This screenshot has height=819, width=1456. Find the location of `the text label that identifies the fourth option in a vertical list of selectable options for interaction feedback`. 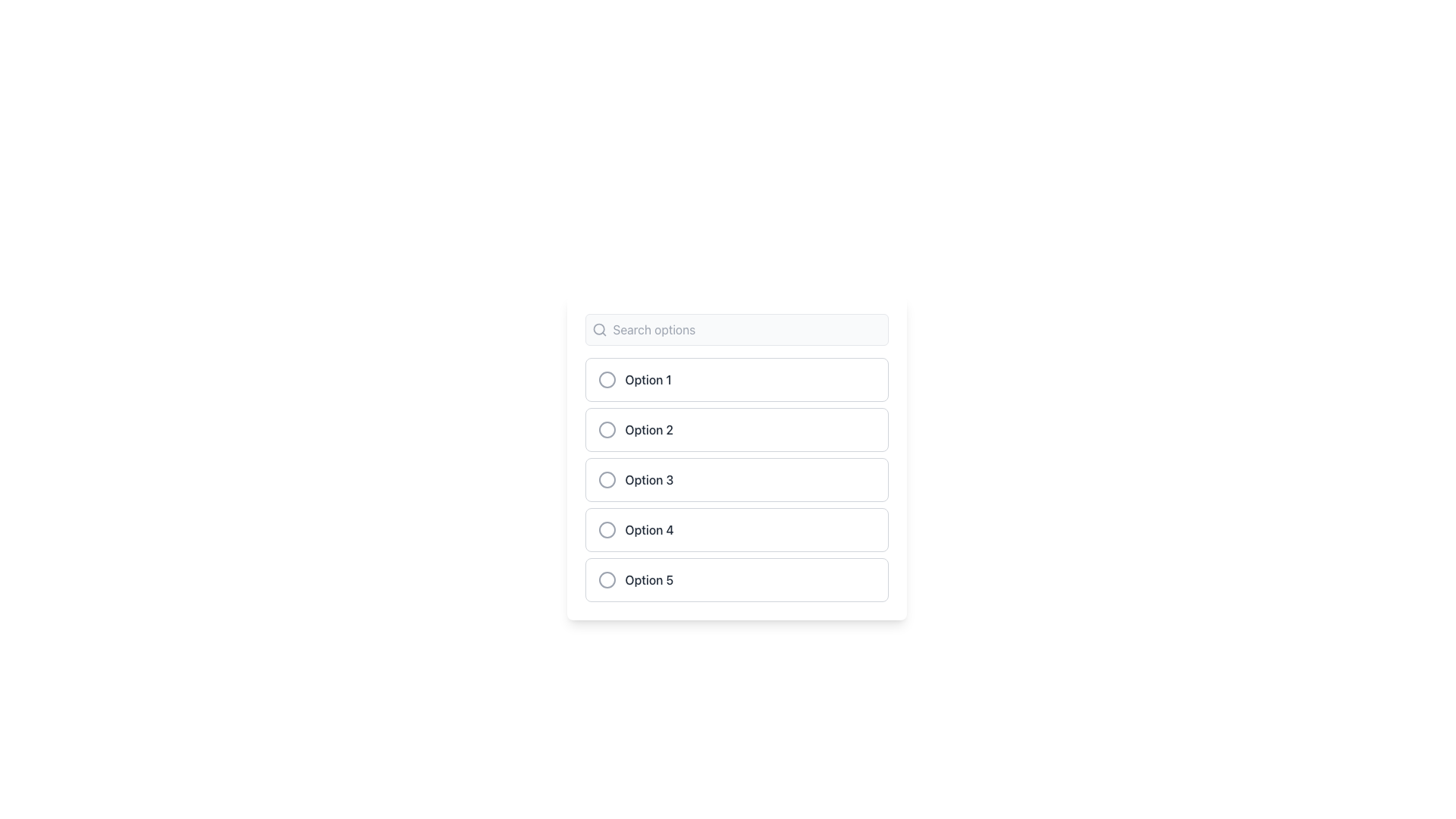

the text label that identifies the fourth option in a vertical list of selectable options for interaction feedback is located at coordinates (649, 529).